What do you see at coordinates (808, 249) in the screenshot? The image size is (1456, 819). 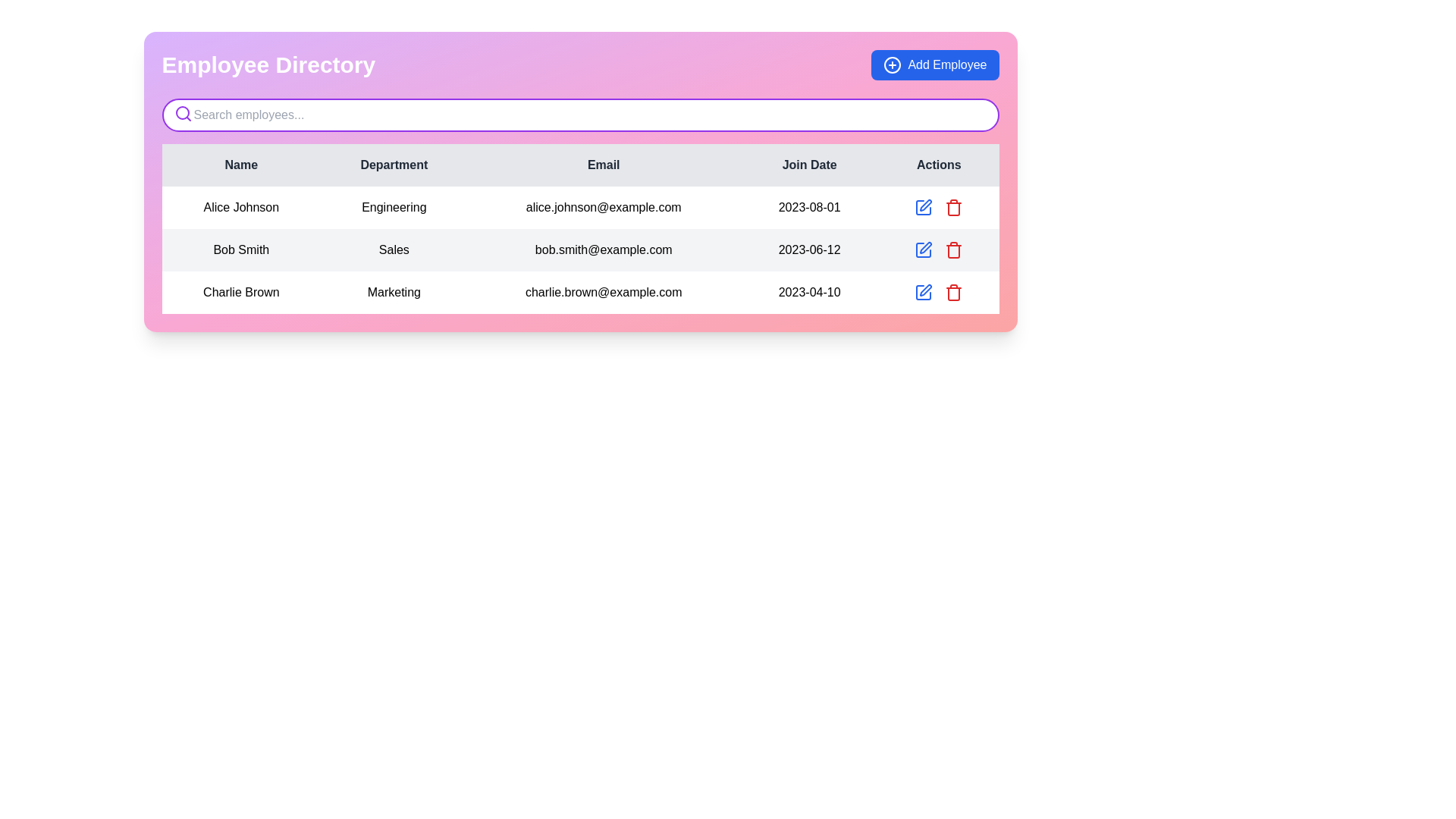 I see `the text element displaying the date '2023-06-12', which is part of the 'Join Date' column in a table row` at bounding box center [808, 249].